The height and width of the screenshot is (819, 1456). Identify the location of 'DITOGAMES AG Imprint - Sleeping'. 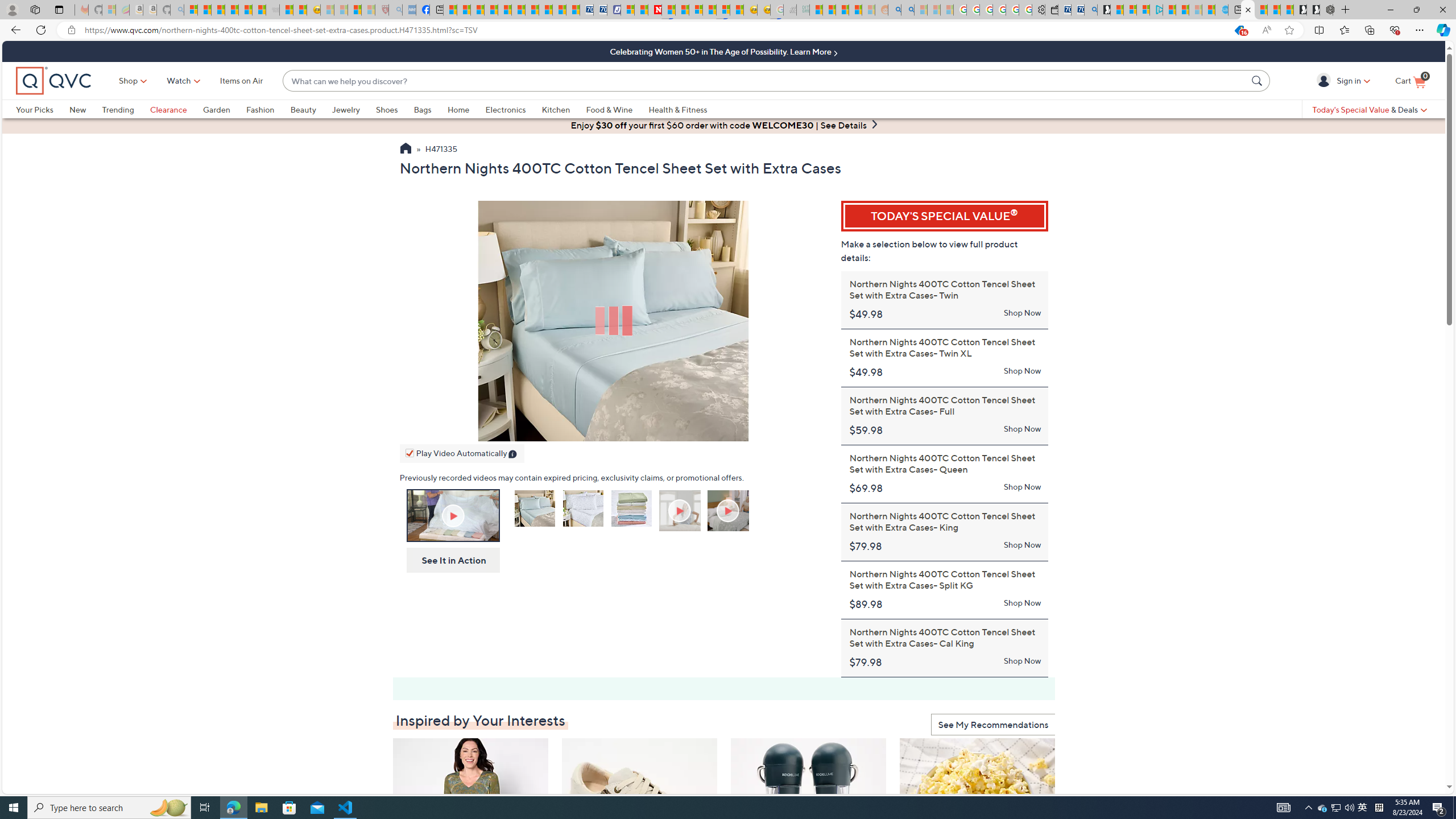
(802, 9).